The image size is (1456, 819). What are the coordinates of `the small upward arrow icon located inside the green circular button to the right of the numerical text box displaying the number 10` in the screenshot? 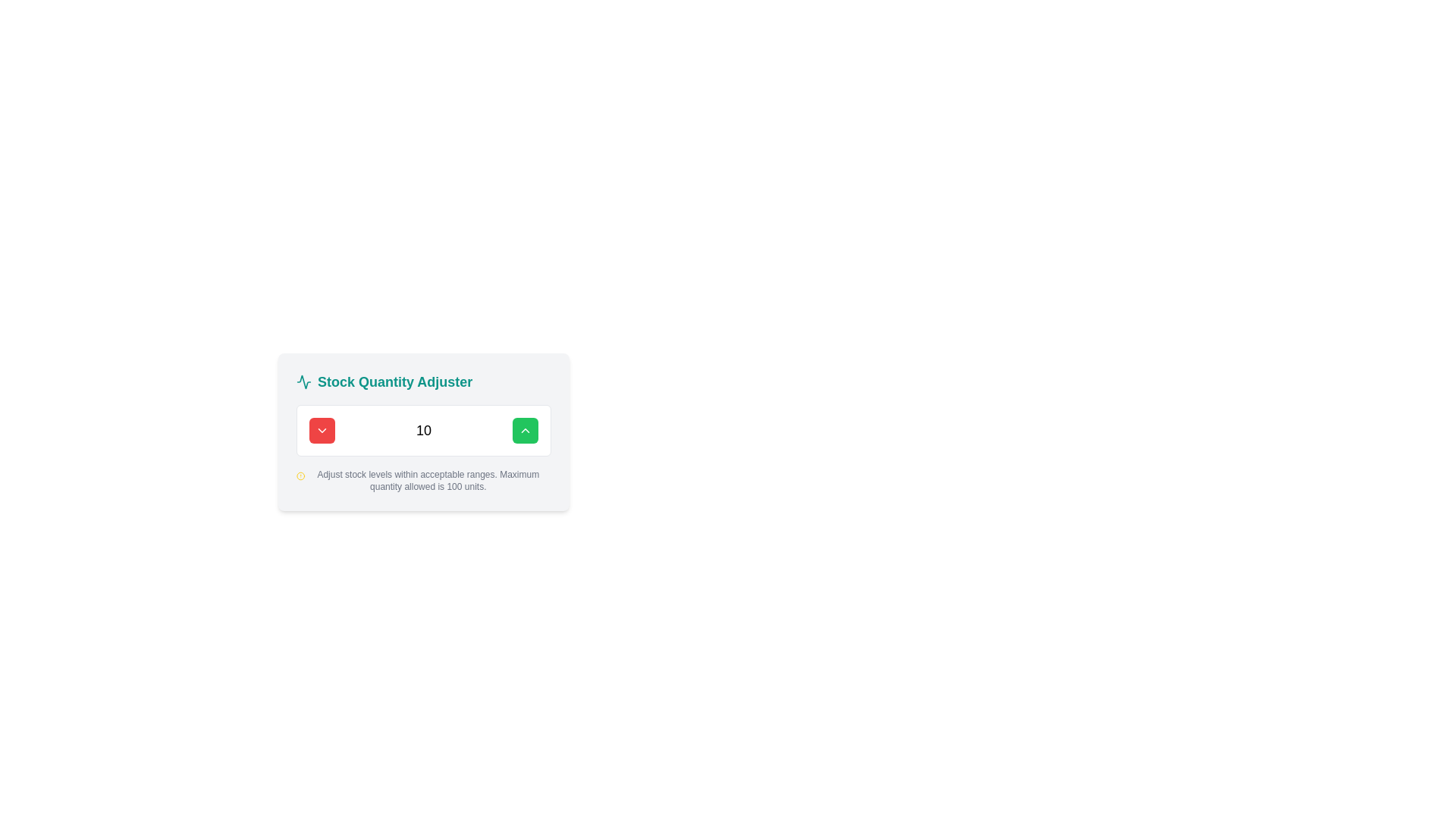 It's located at (525, 430).